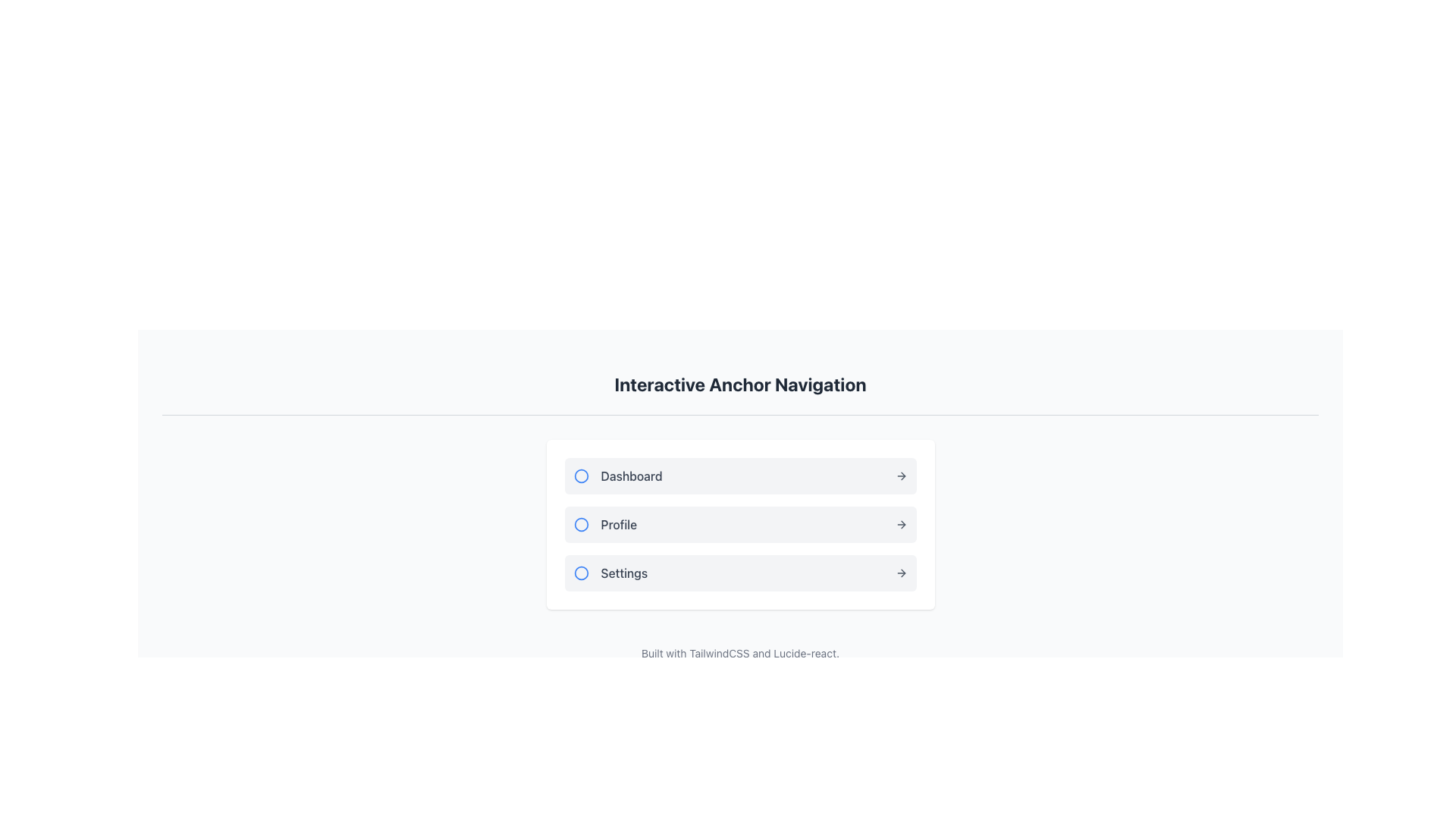 The image size is (1456, 819). I want to click on the settings navigation button, which is the third item in a vertical list of buttons, so click(740, 573).